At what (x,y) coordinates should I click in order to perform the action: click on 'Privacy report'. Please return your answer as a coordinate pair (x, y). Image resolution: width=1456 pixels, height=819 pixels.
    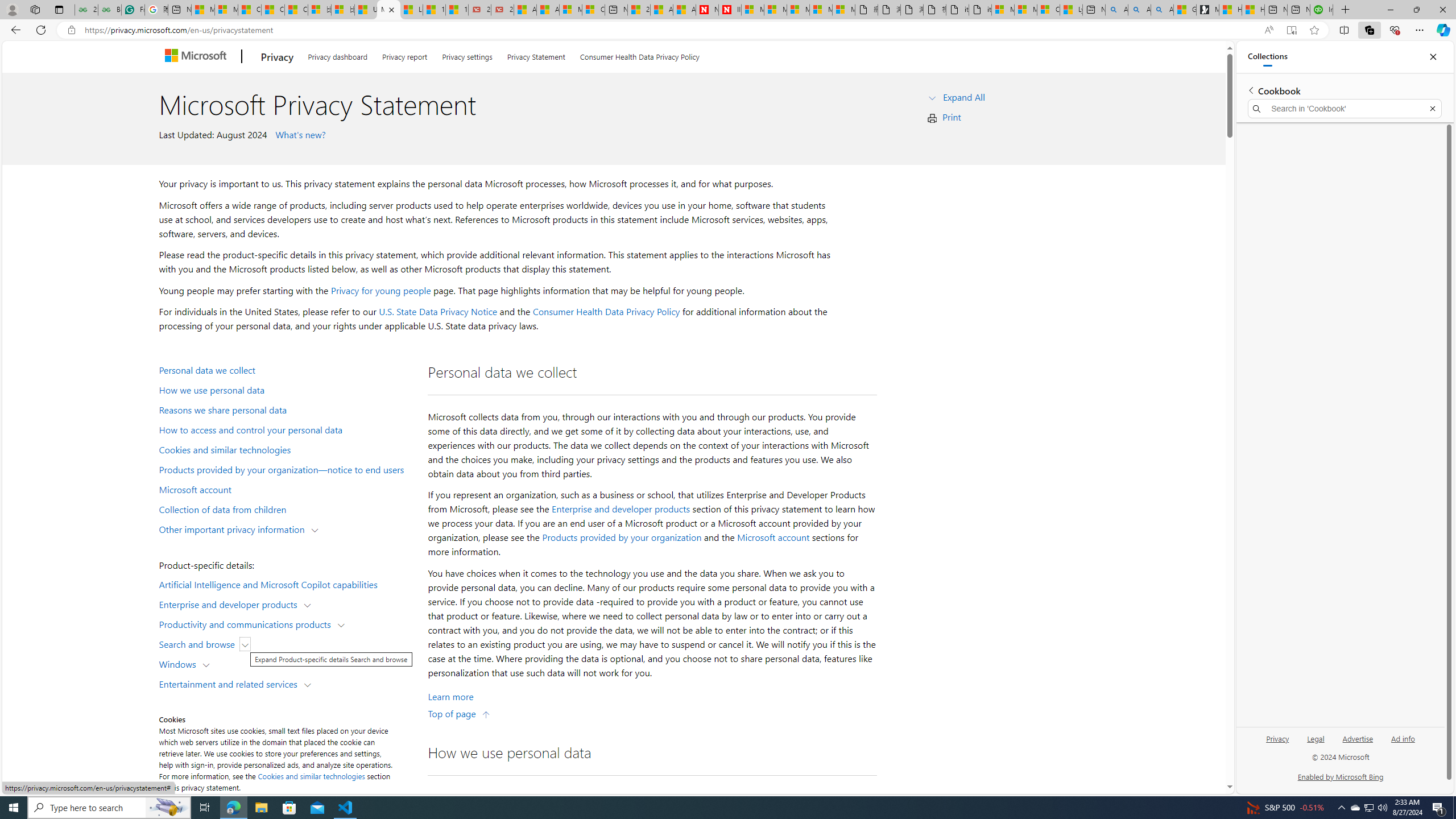
    Looking at the image, I should click on (404, 55).